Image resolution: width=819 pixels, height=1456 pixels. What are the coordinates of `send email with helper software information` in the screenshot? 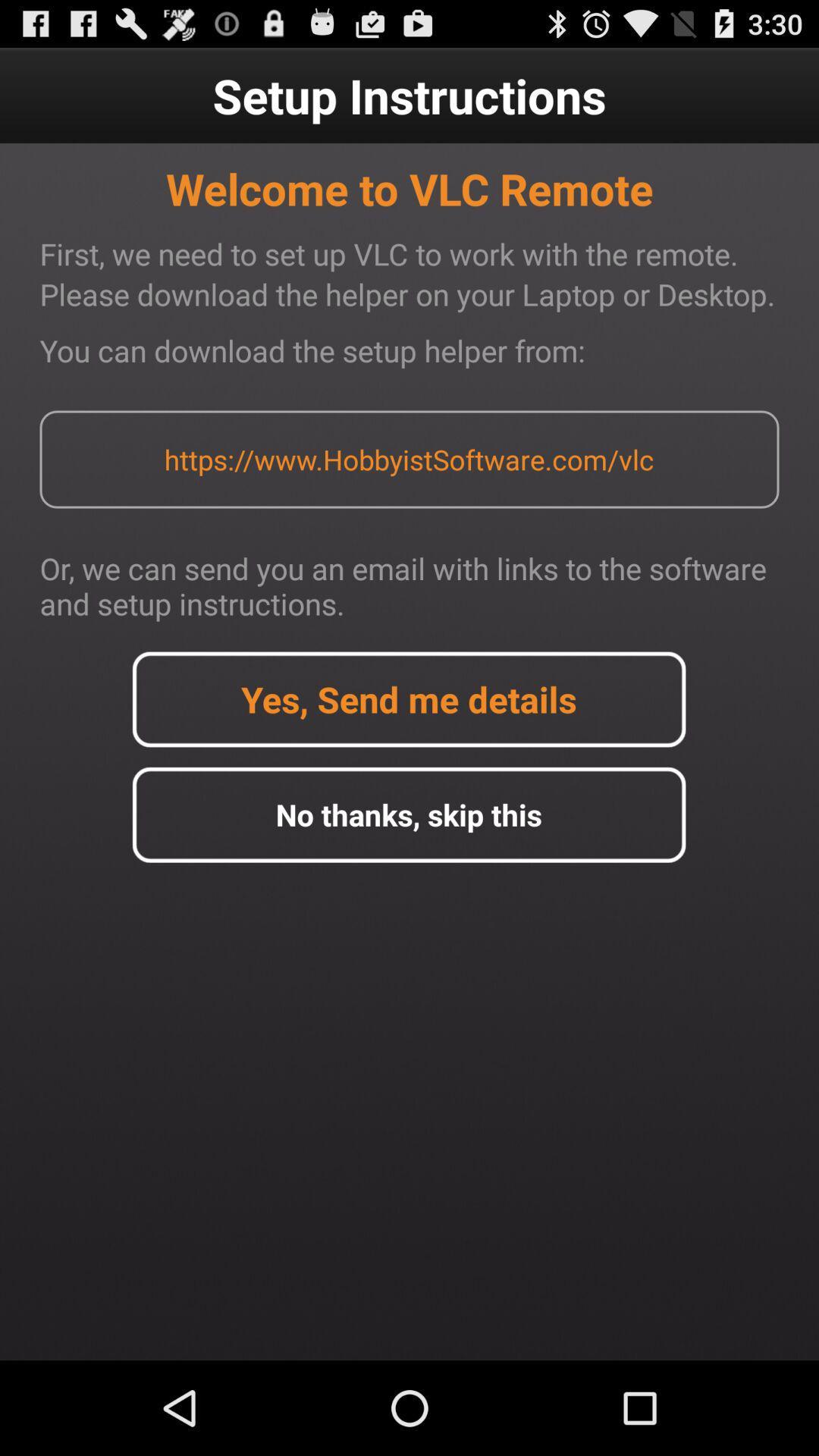 It's located at (408, 698).